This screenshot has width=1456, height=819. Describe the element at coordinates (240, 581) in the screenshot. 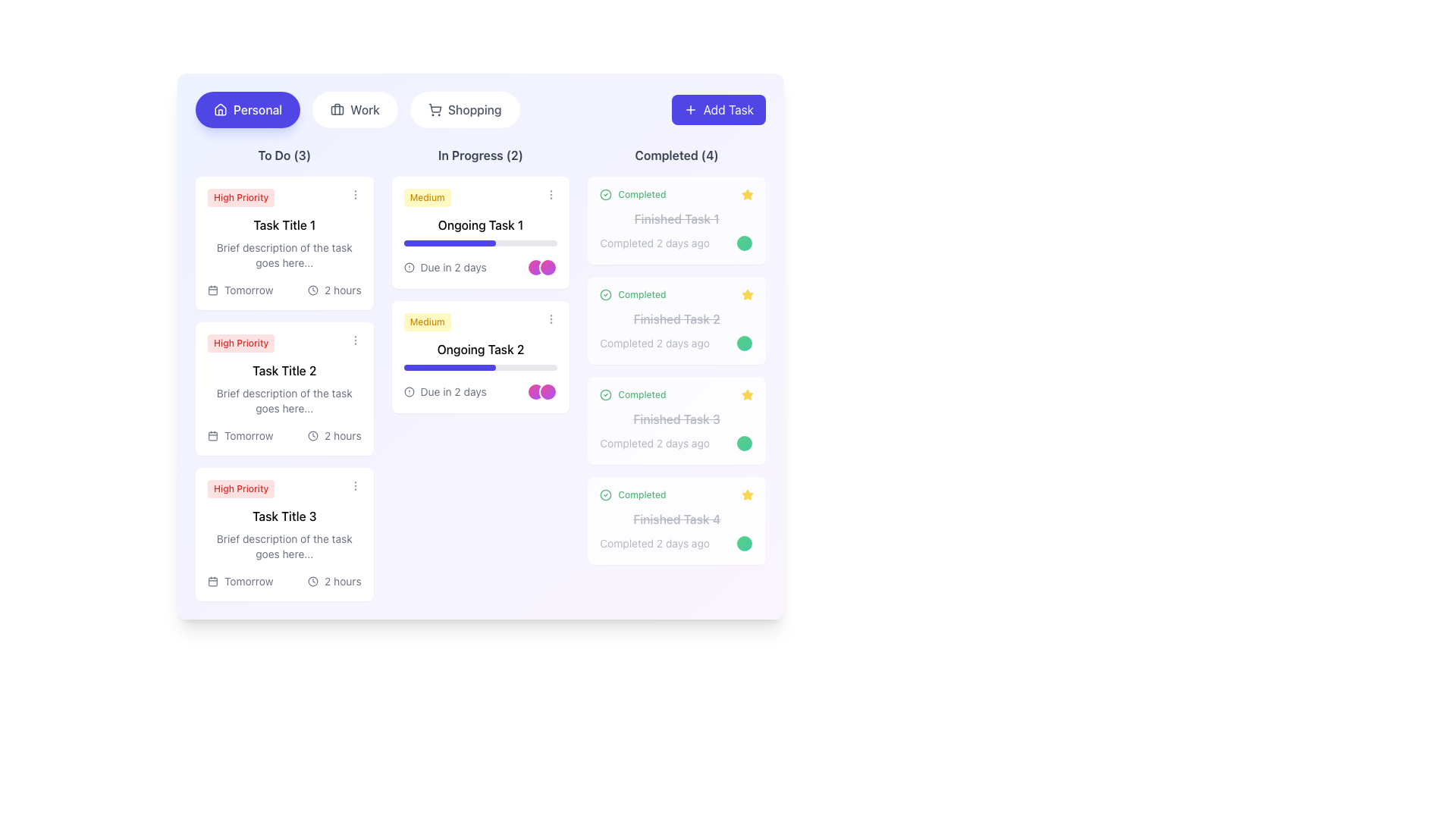

I see `the 'Tomorrow' inline label with the calendar icon located at the bottom left corner of the 'Task Title 3' card in the 'To Do' list section` at that location.